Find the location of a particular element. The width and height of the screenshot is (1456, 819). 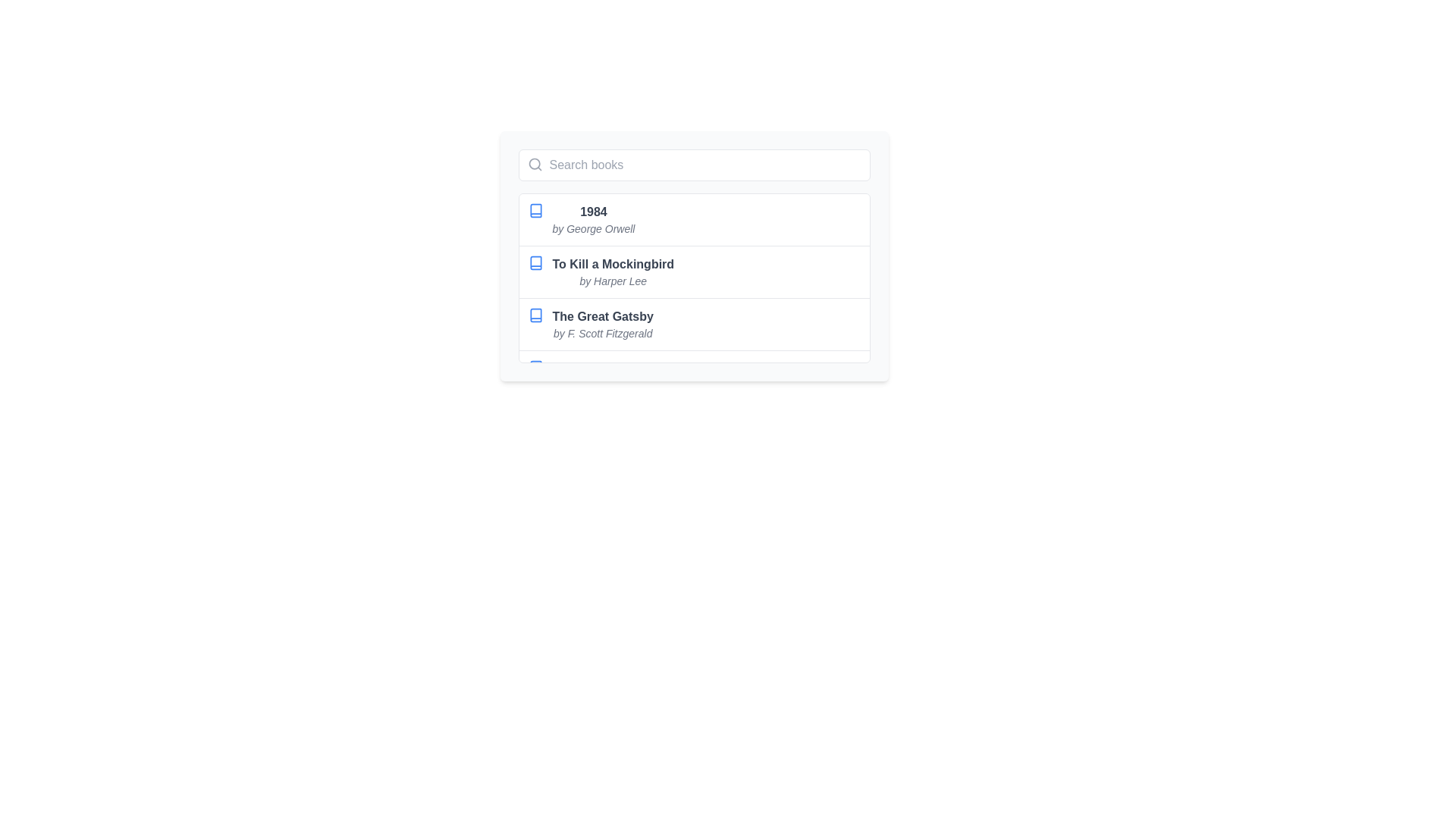

the text label displaying 'To Kill a Mockingbird', which is in bold font and medium gray color, positioned above the author's name in a vertical list of books is located at coordinates (613, 263).